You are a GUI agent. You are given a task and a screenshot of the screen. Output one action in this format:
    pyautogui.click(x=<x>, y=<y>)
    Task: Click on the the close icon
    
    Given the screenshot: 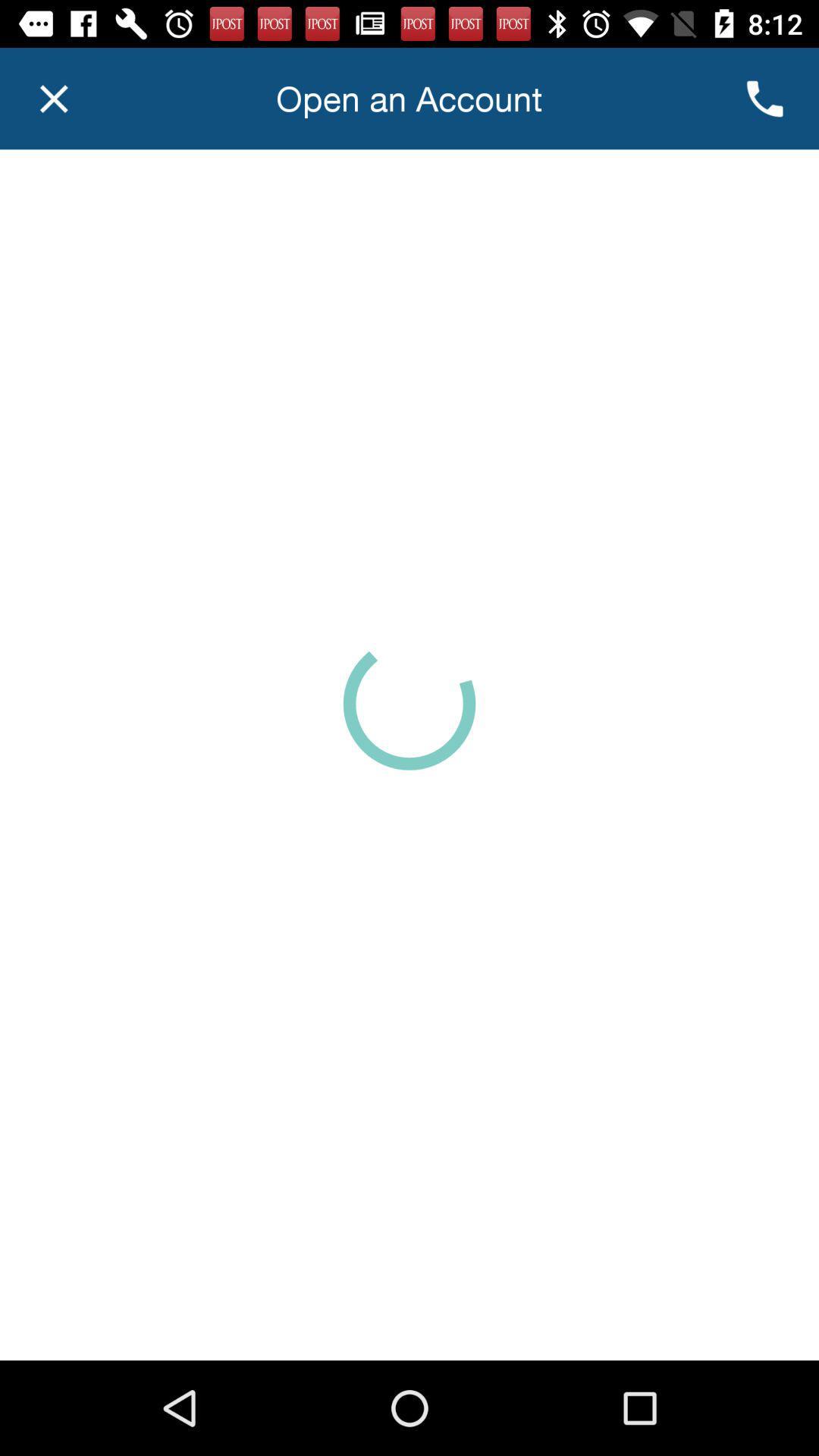 What is the action you would take?
    pyautogui.click(x=99, y=98)
    